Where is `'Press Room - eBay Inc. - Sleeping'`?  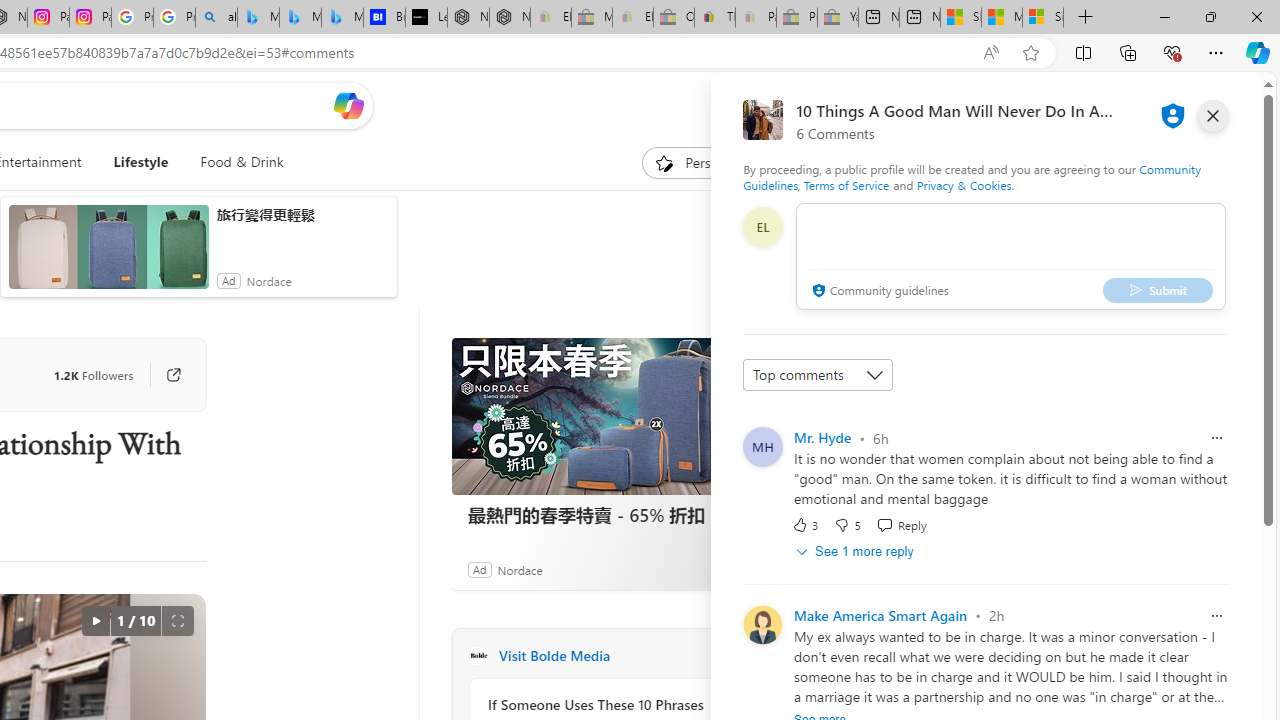 'Press Room - eBay Inc. - Sleeping' is located at coordinates (795, 17).